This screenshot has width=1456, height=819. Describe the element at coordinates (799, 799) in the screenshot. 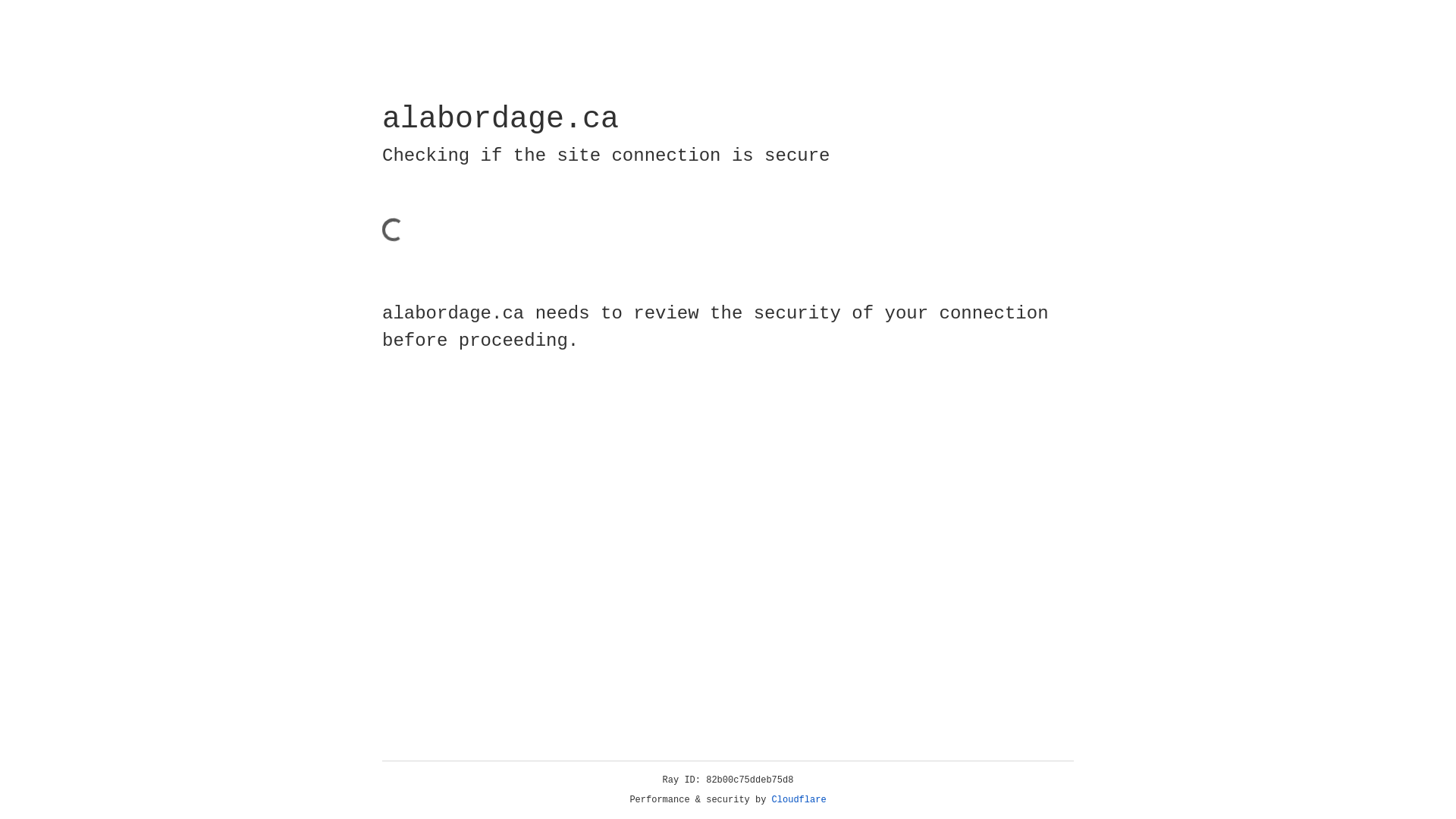

I see `'Cloudflare'` at that location.